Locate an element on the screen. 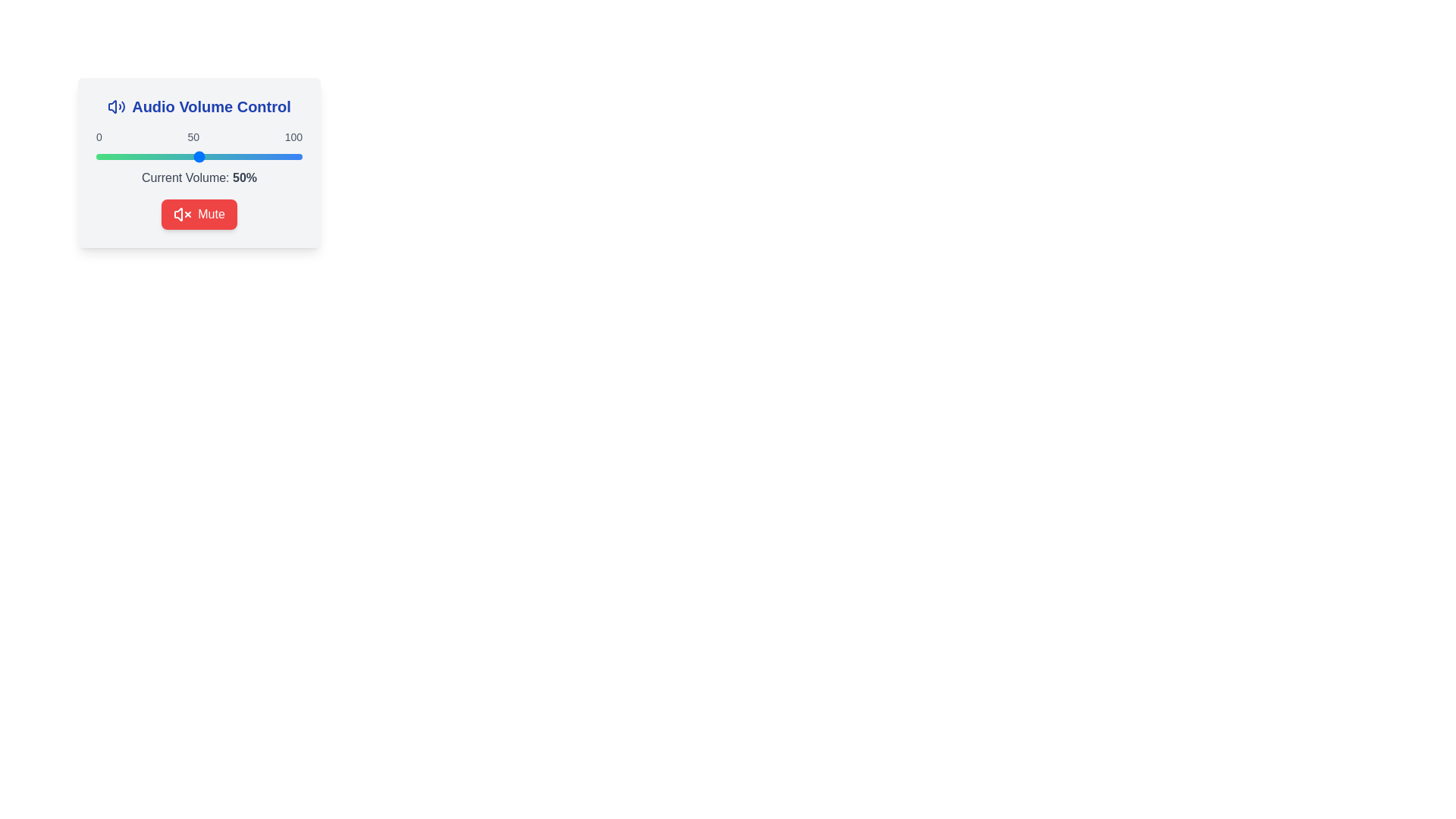 The image size is (1456, 819). the mute button to mute the audio is located at coordinates (199, 214).